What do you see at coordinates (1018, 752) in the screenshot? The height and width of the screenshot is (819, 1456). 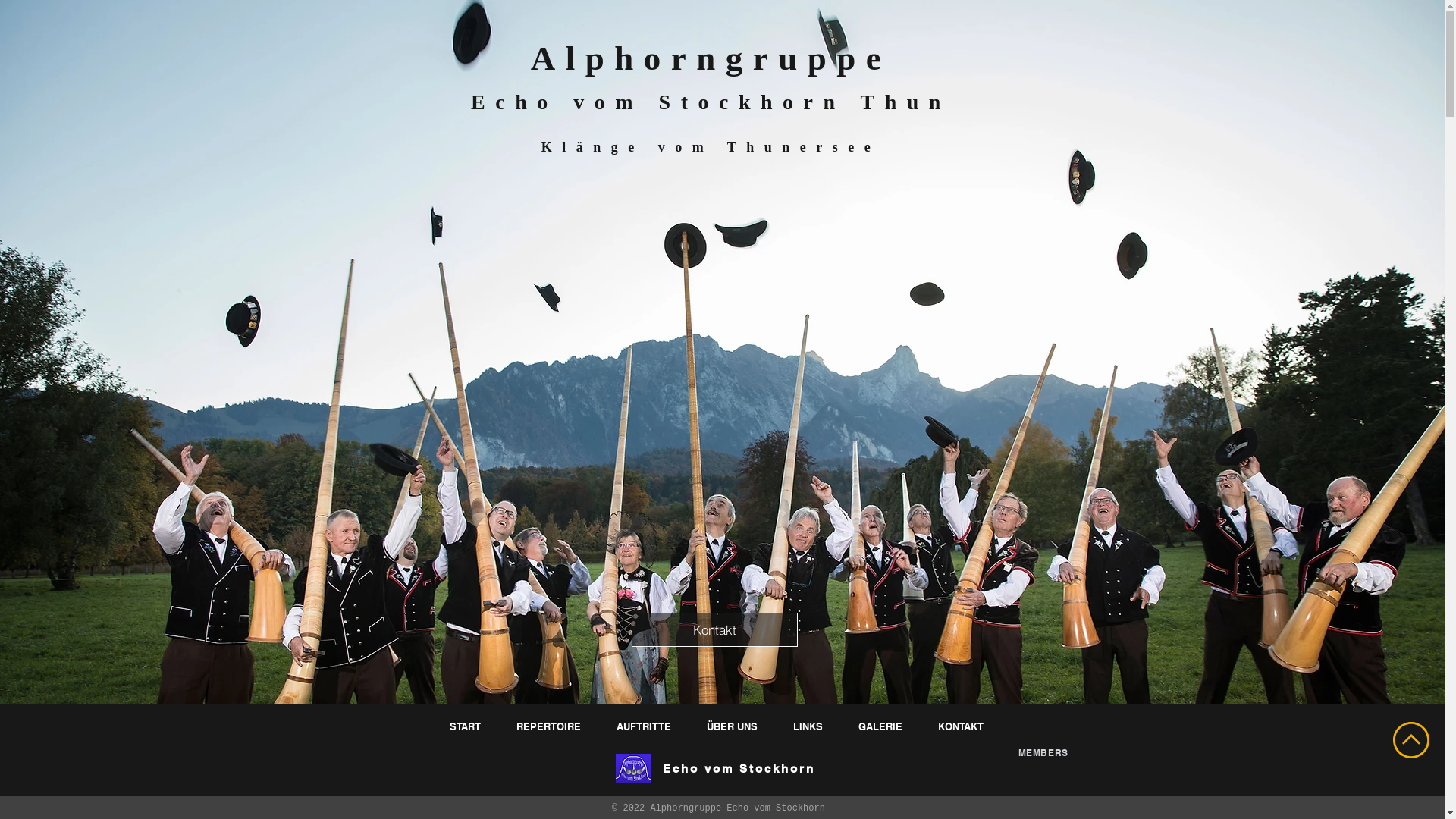 I see `'MEMBERS'` at bounding box center [1018, 752].